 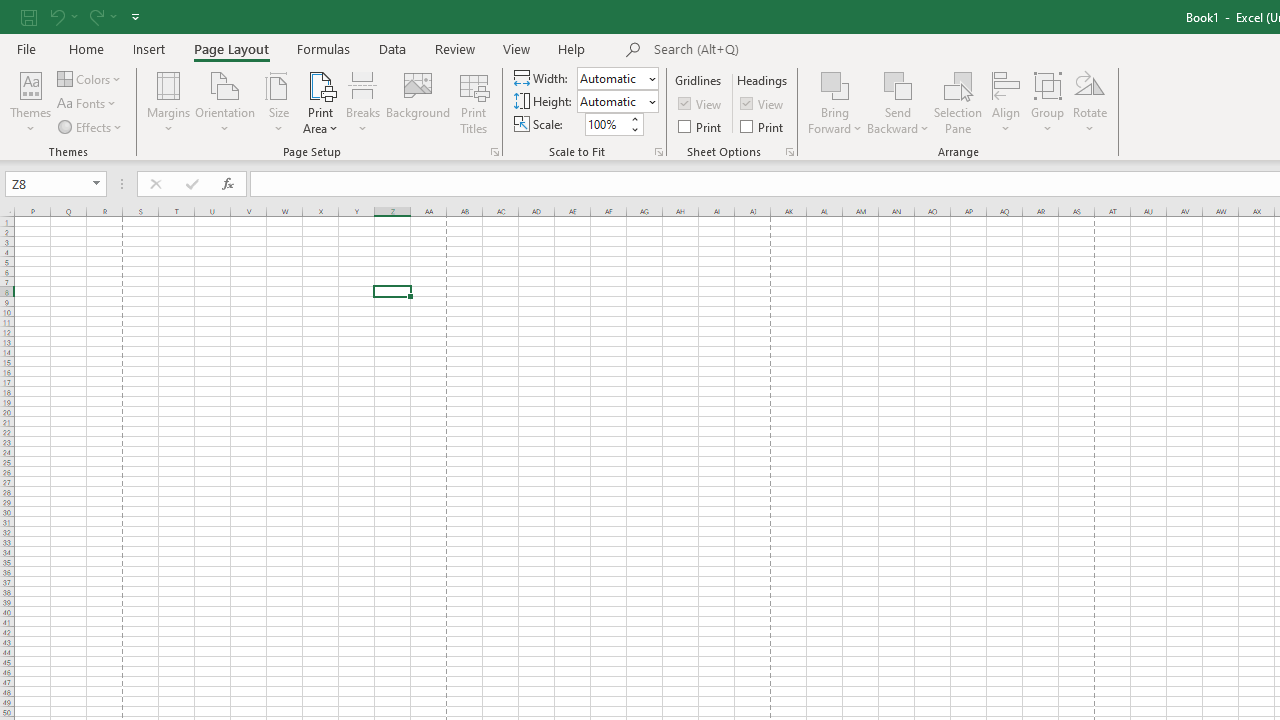 I want to click on 'Effects', so click(x=90, y=127).